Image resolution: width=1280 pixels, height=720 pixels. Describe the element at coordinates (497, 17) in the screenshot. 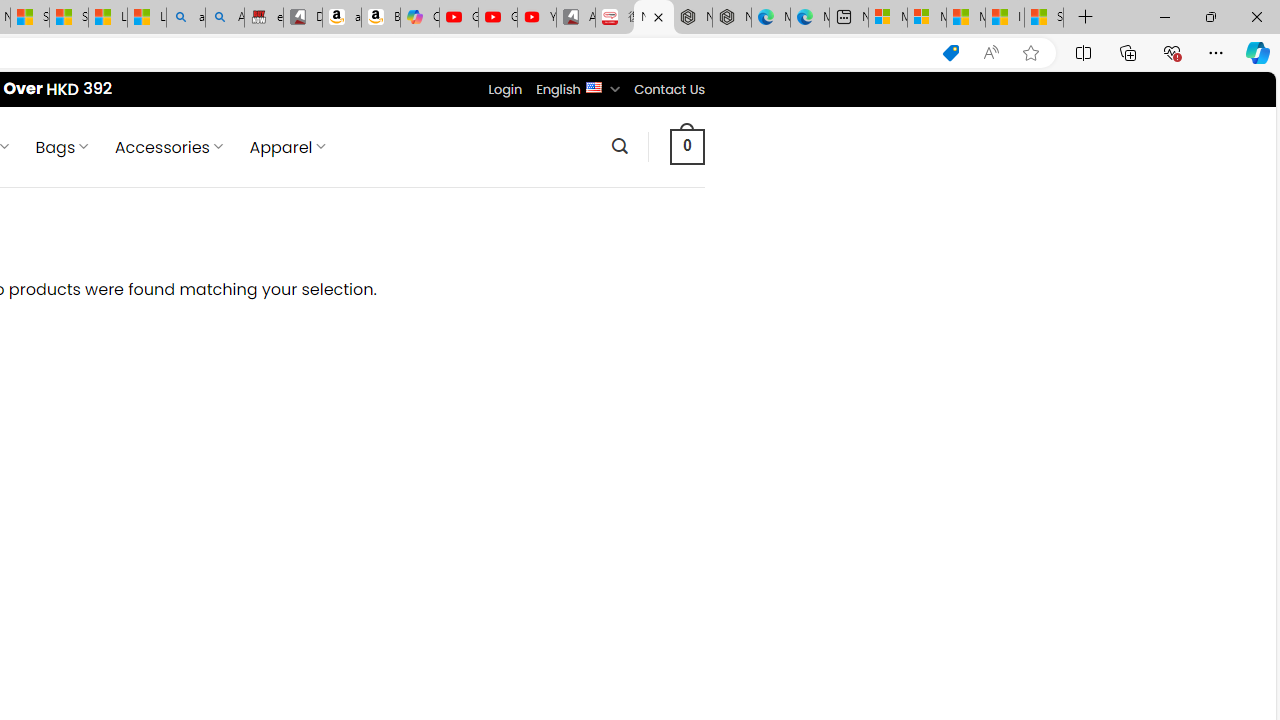

I see `'Gloom - YouTube'` at that location.